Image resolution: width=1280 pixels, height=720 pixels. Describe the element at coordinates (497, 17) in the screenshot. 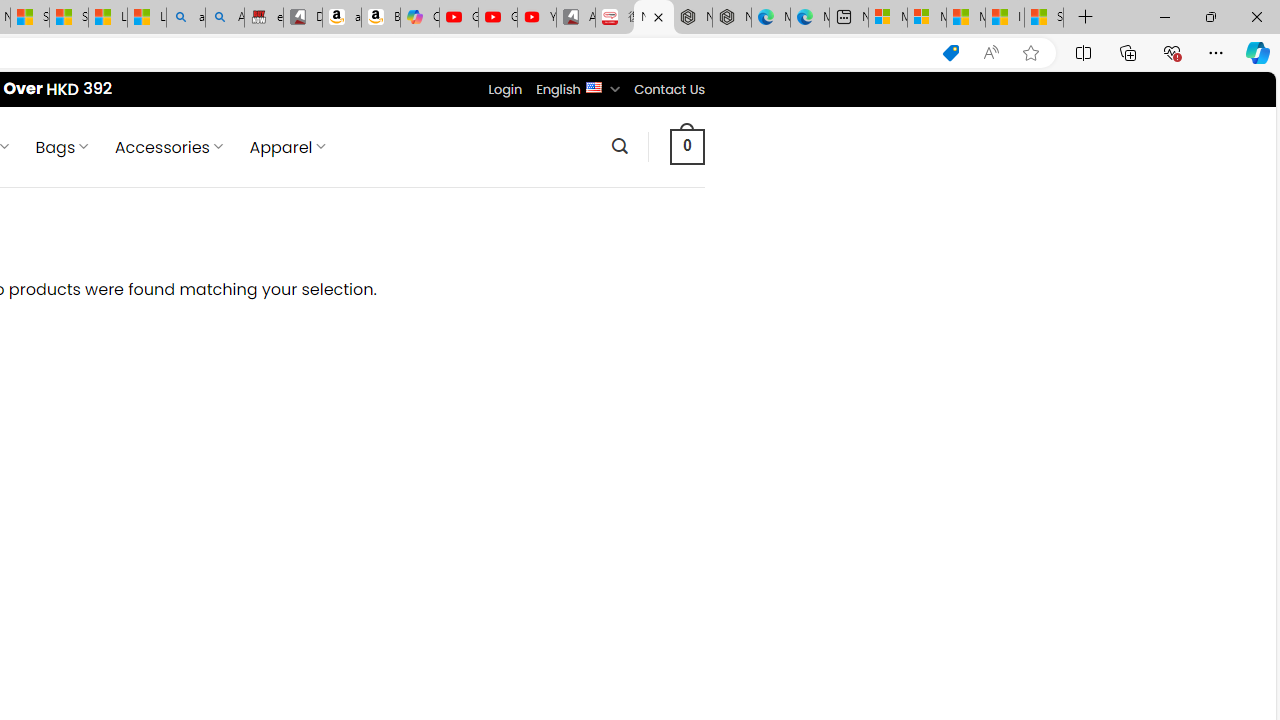

I see `'Gloom - YouTube'` at that location.